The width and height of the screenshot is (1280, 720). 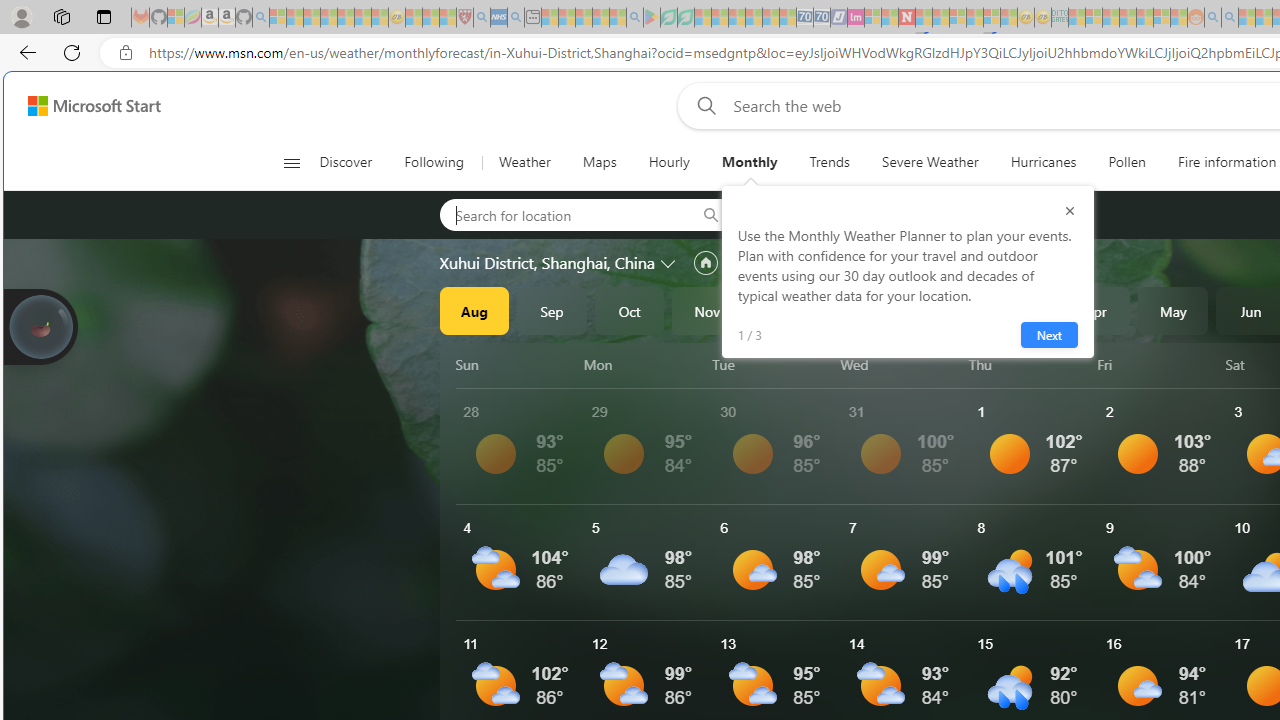 What do you see at coordinates (524, 162) in the screenshot?
I see `'Weather'` at bounding box center [524, 162].